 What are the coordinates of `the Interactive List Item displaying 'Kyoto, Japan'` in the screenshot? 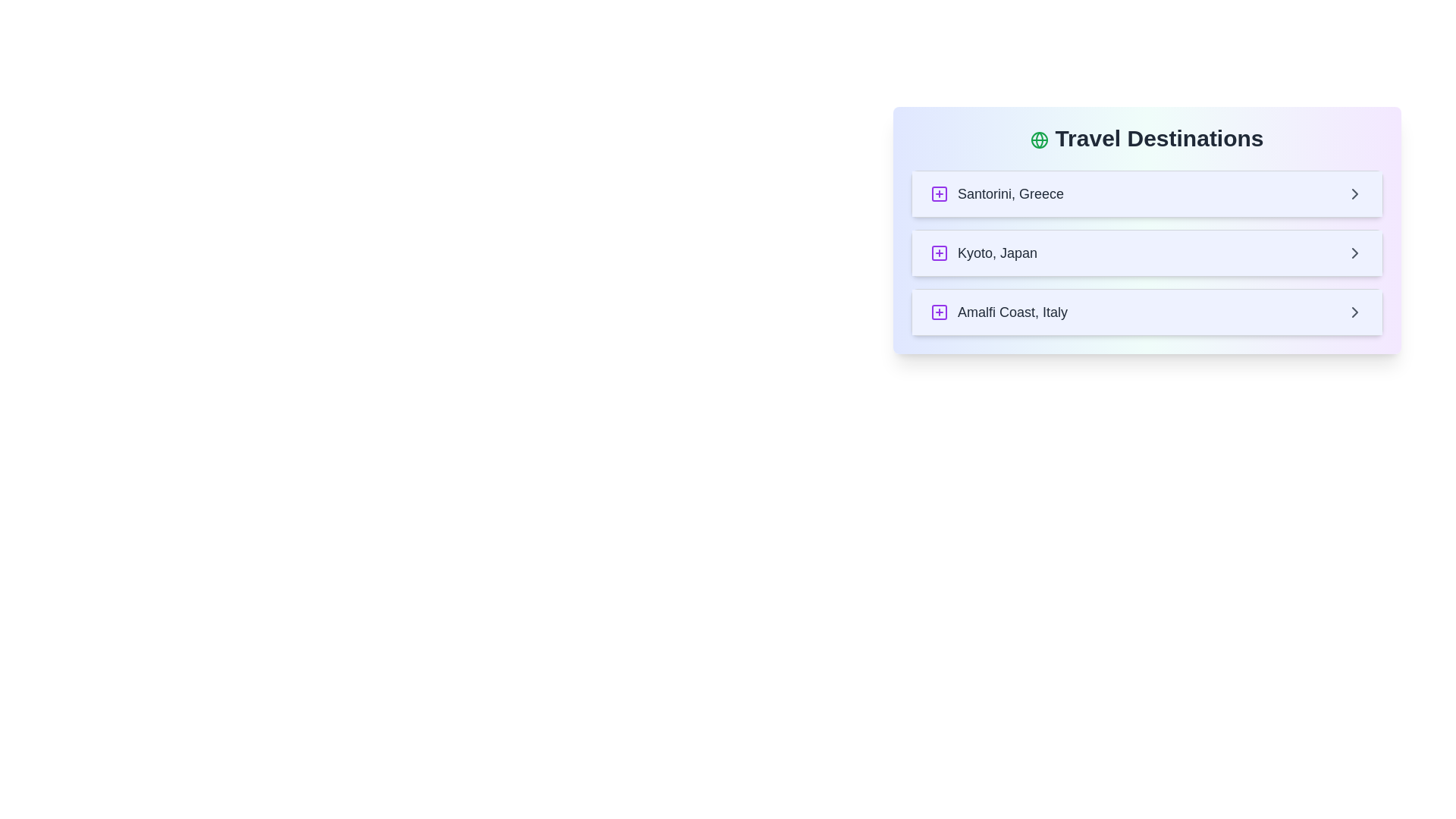 It's located at (1147, 253).